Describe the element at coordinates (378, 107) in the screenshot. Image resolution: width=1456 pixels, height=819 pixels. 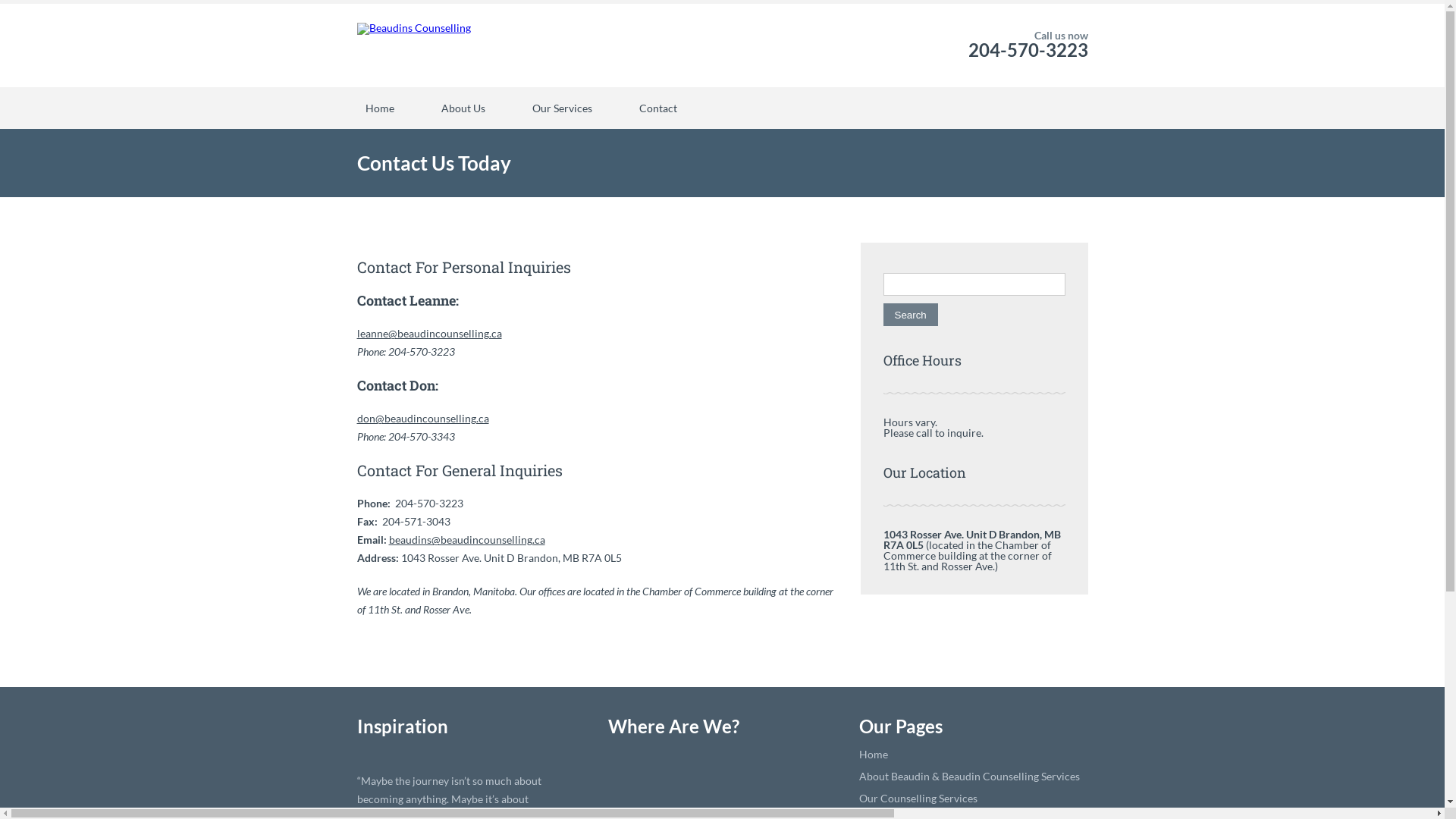
I see `'Home'` at that location.